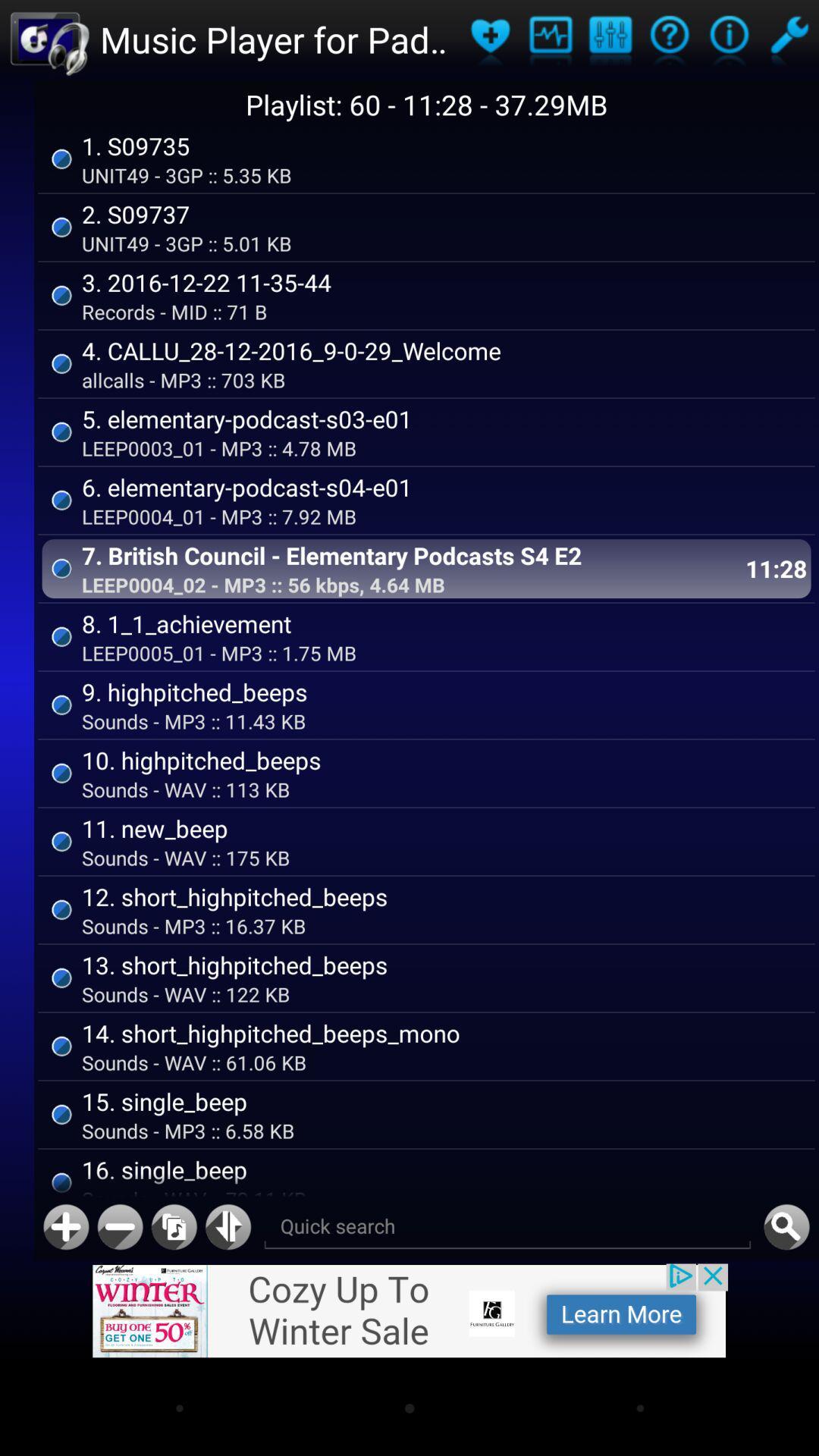  Describe the element at coordinates (119, 1227) in the screenshot. I see `minimize` at that location.